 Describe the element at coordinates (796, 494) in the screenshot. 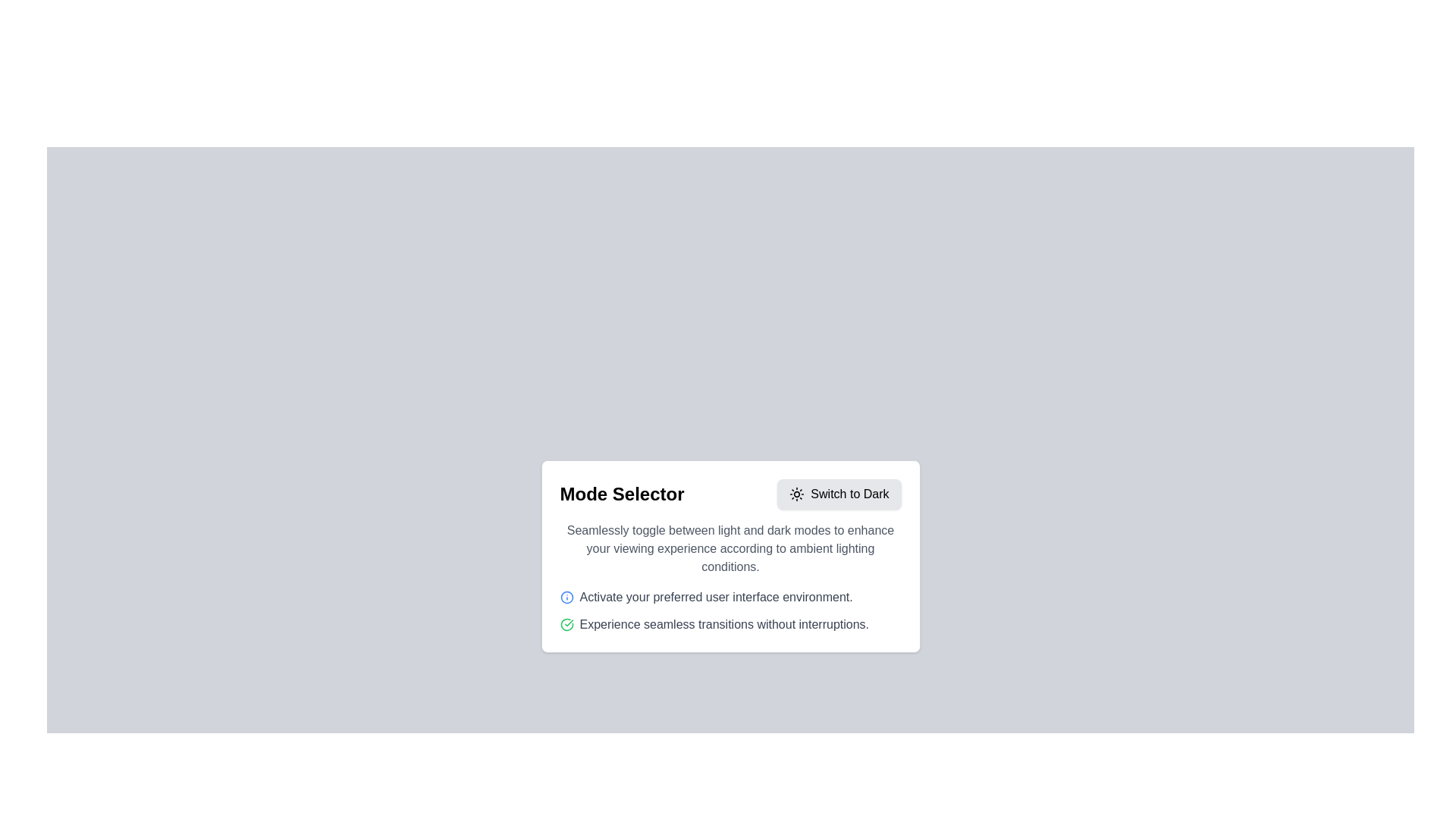

I see `the 'Switch to Dark' button located in the top-right area of the 'Mode Selector' modal` at that location.